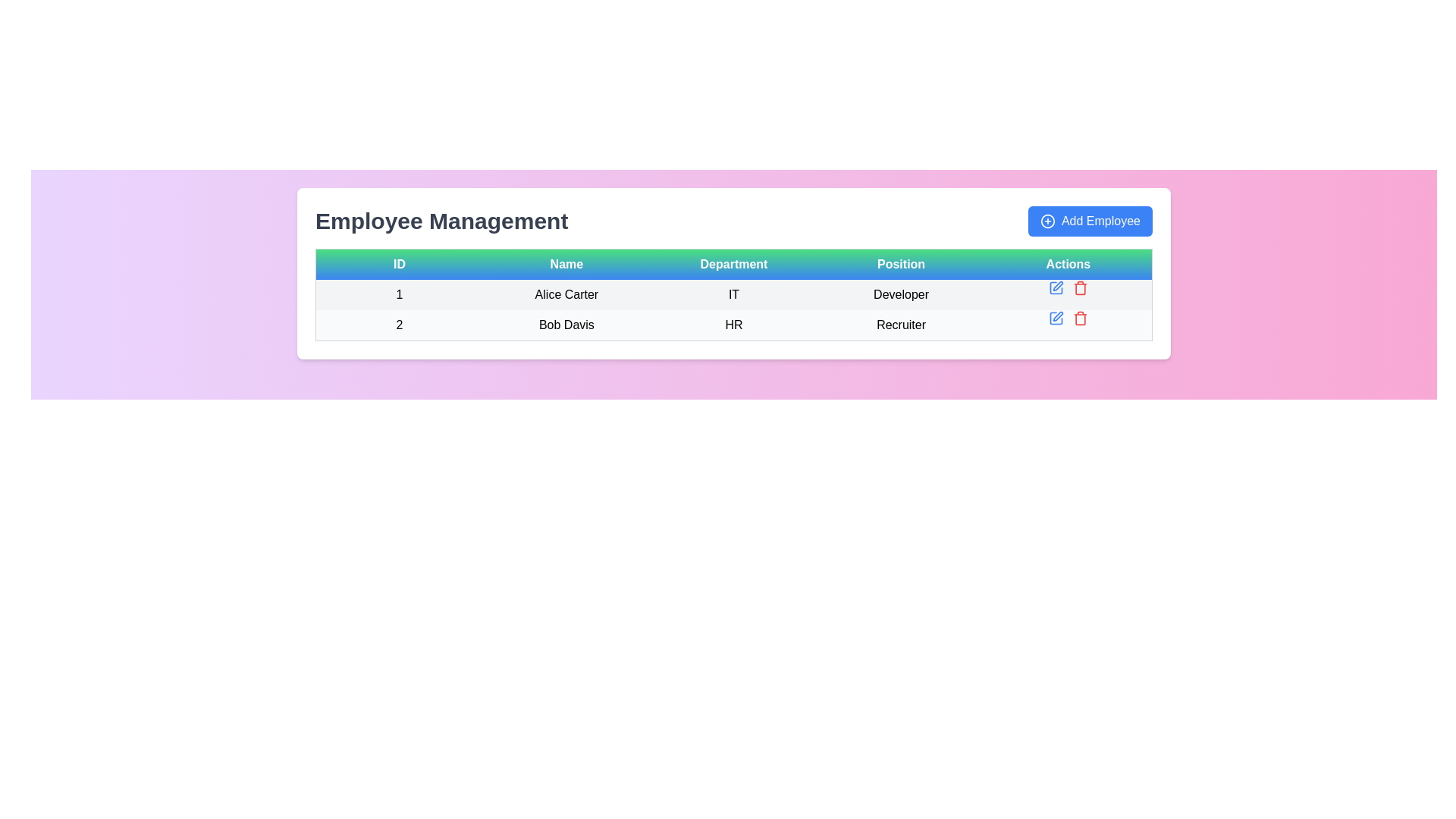 This screenshot has width=1456, height=819. Describe the element at coordinates (566, 295) in the screenshot. I see `label displaying the name 'Alice Carter' in the second column of the first row of the table` at that location.